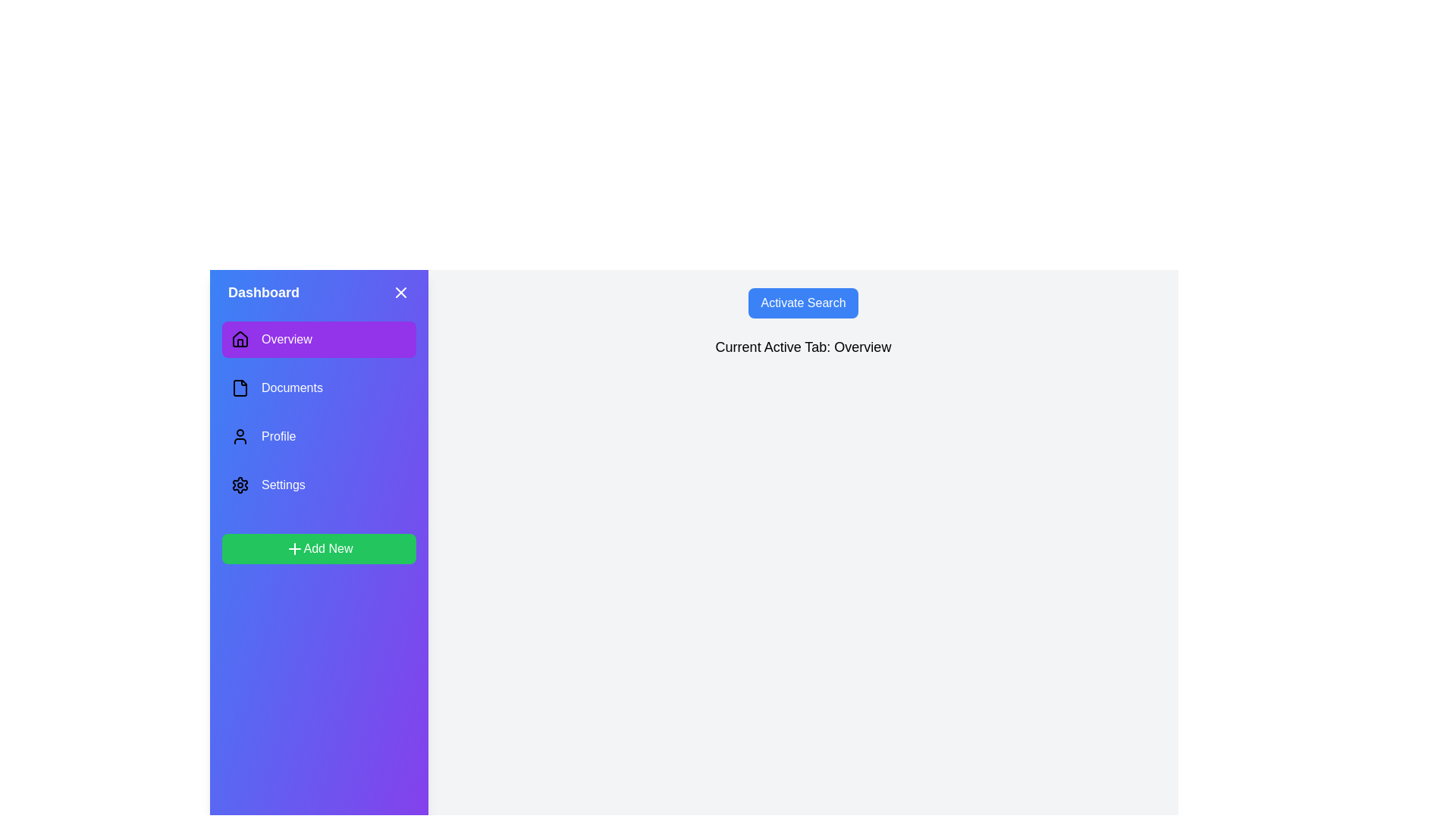 This screenshot has height=819, width=1456. What do you see at coordinates (318, 485) in the screenshot?
I see `the navigation button located as the fourth item in the vertical list of menu options in the left navigation bar` at bounding box center [318, 485].